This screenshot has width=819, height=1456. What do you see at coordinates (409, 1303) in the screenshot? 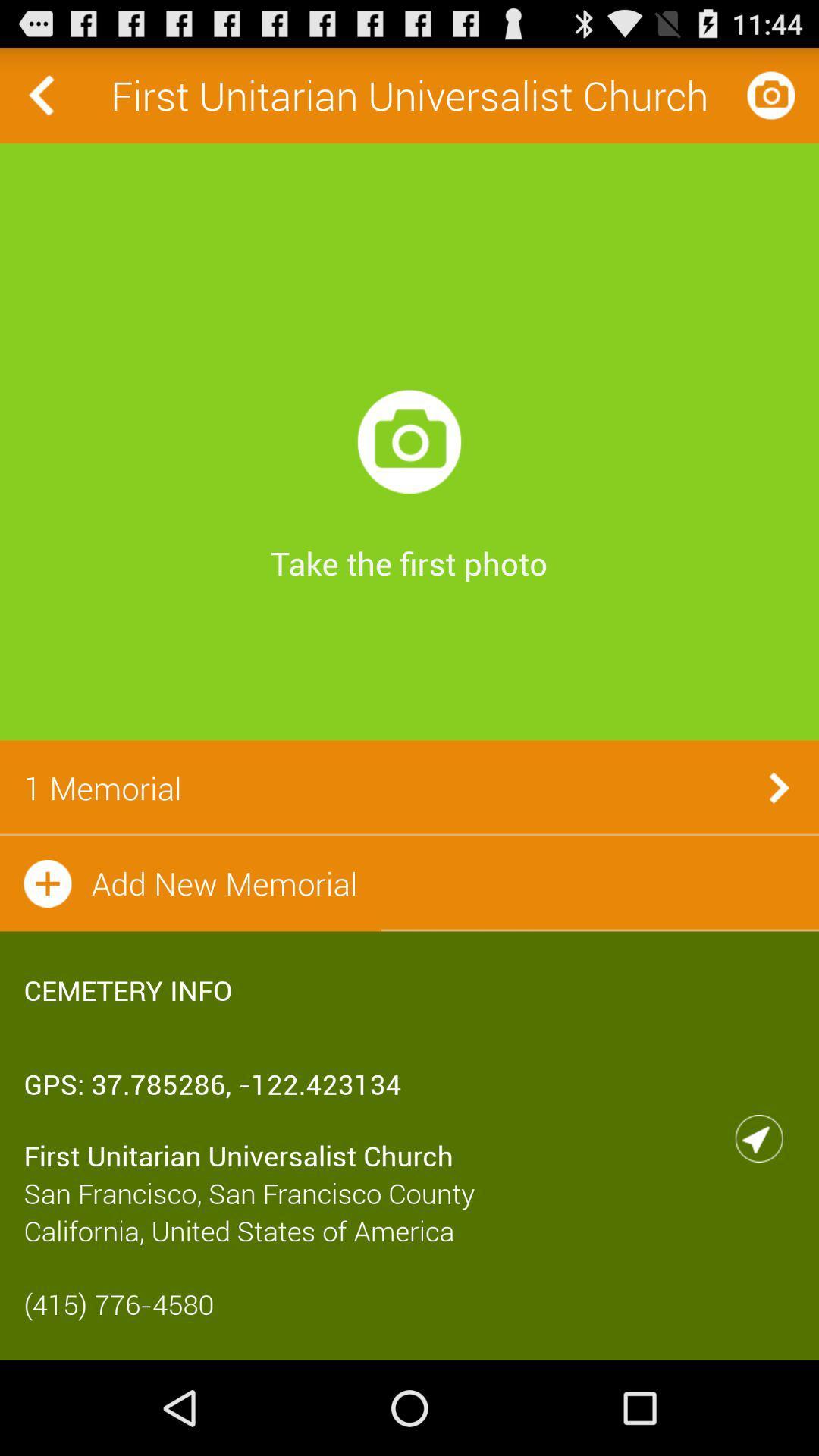
I see `the icon below the california united states icon` at bounding box center [409, 1303].